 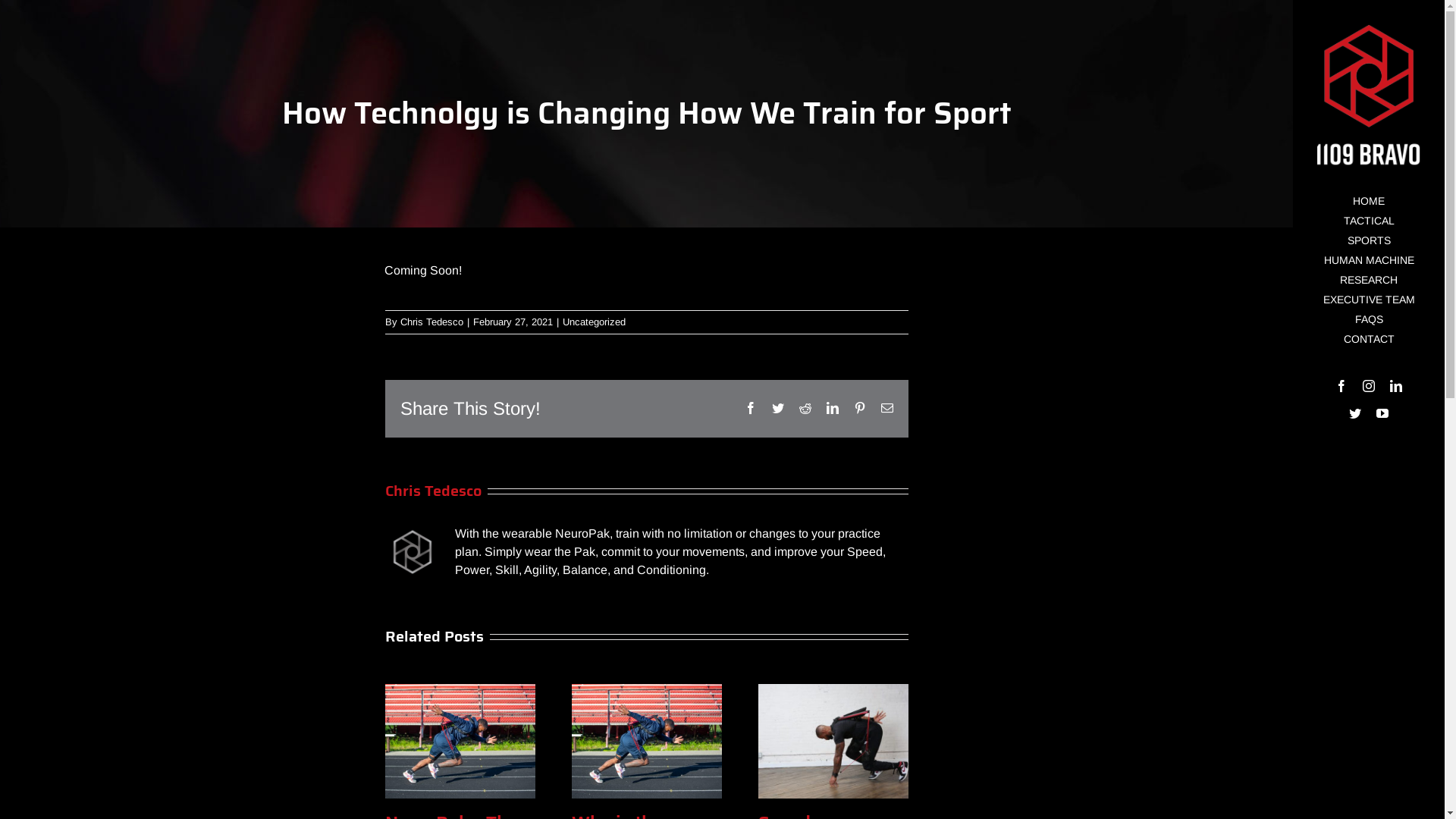 What do you see at coordinates (1368, 318) in the screenshot?
I see `'FAQS'` at bounding box center [1368, 318].